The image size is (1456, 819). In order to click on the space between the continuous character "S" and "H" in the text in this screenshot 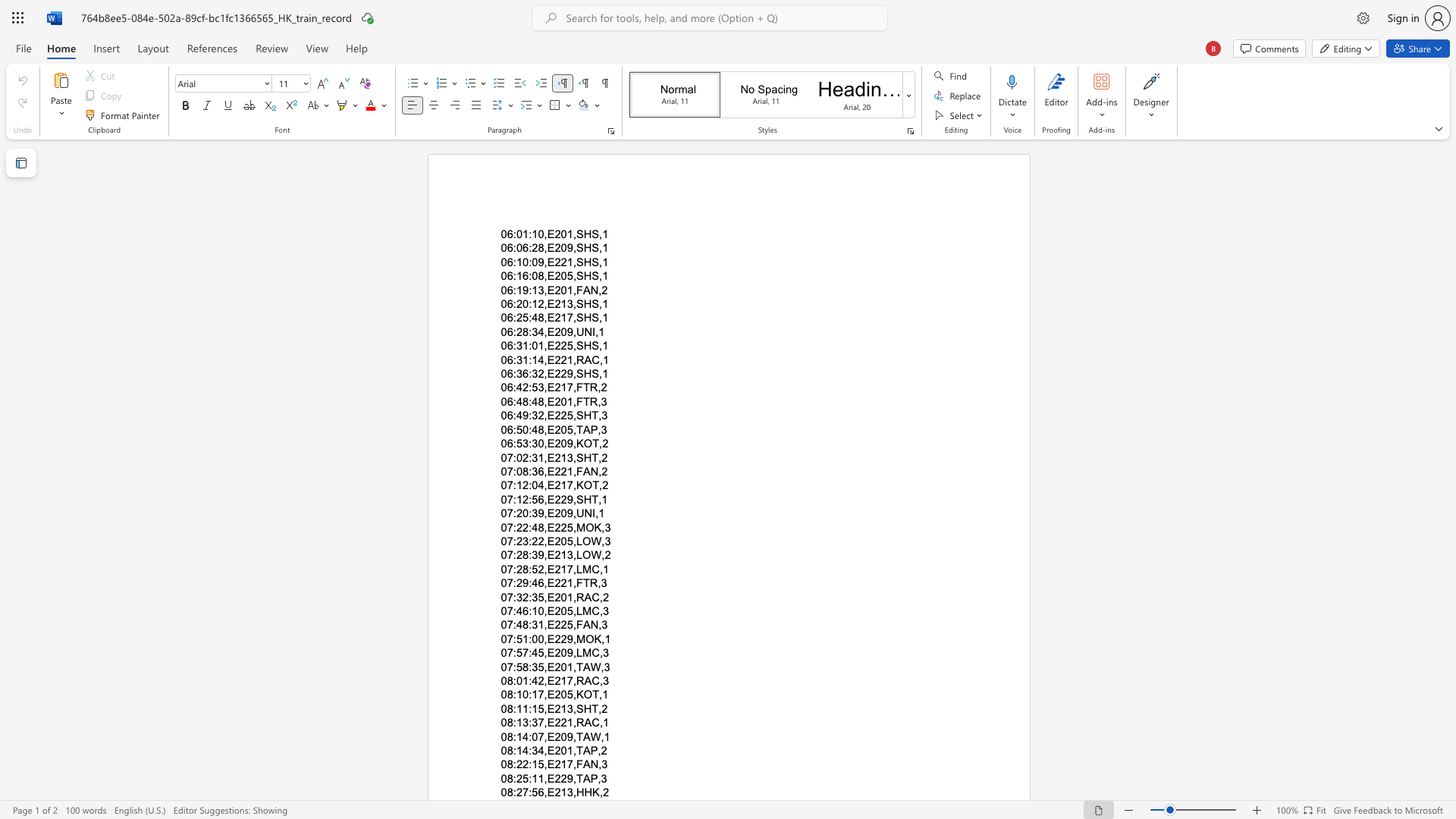, I will do `click(582, 304)`.